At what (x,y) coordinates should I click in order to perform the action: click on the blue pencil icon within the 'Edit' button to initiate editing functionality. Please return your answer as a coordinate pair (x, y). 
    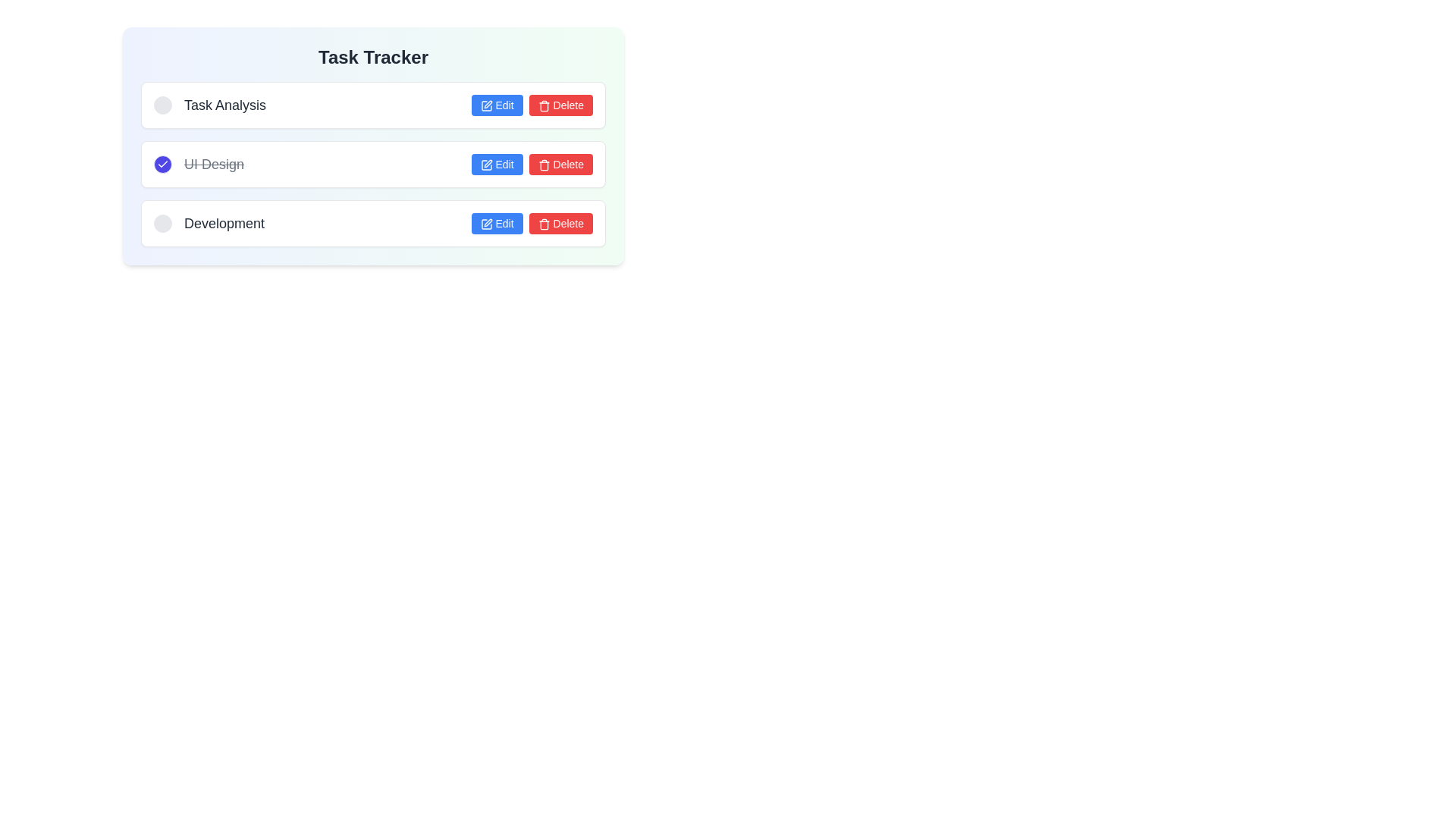
    Looking at the image, I should click on (486, 224).